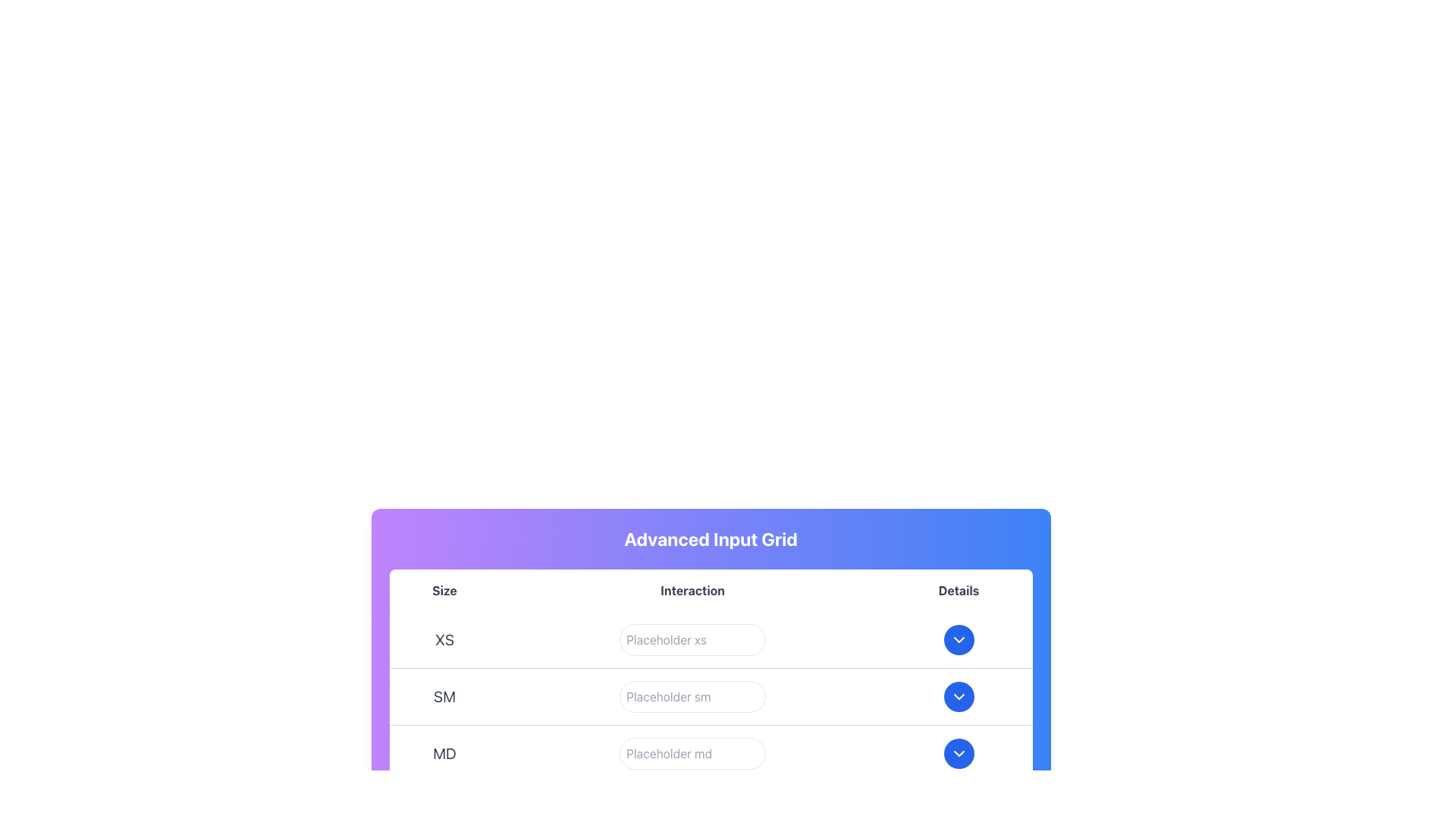  I want to click on the round-cornered, bordered text input box with placeholder text 'Placeholder sm' to focus on the input field, so click(692, 696).